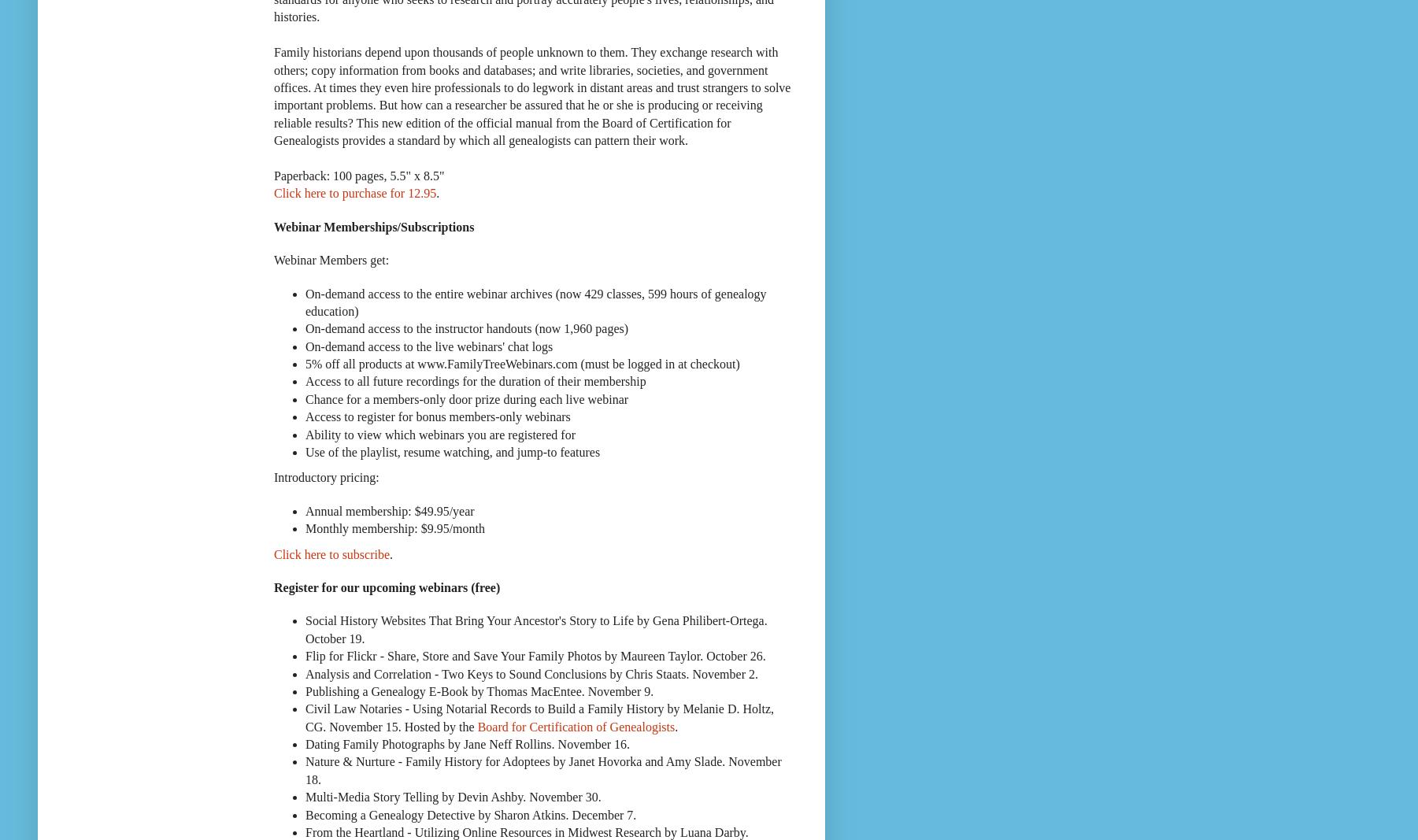 Image resolution: width=1418 pixels, height=840 pixels. What do you see at coordinates (388, 510) in the screenshot?
I see `'Annual membership: $49.95/year'` at bounding box center [388, 510].